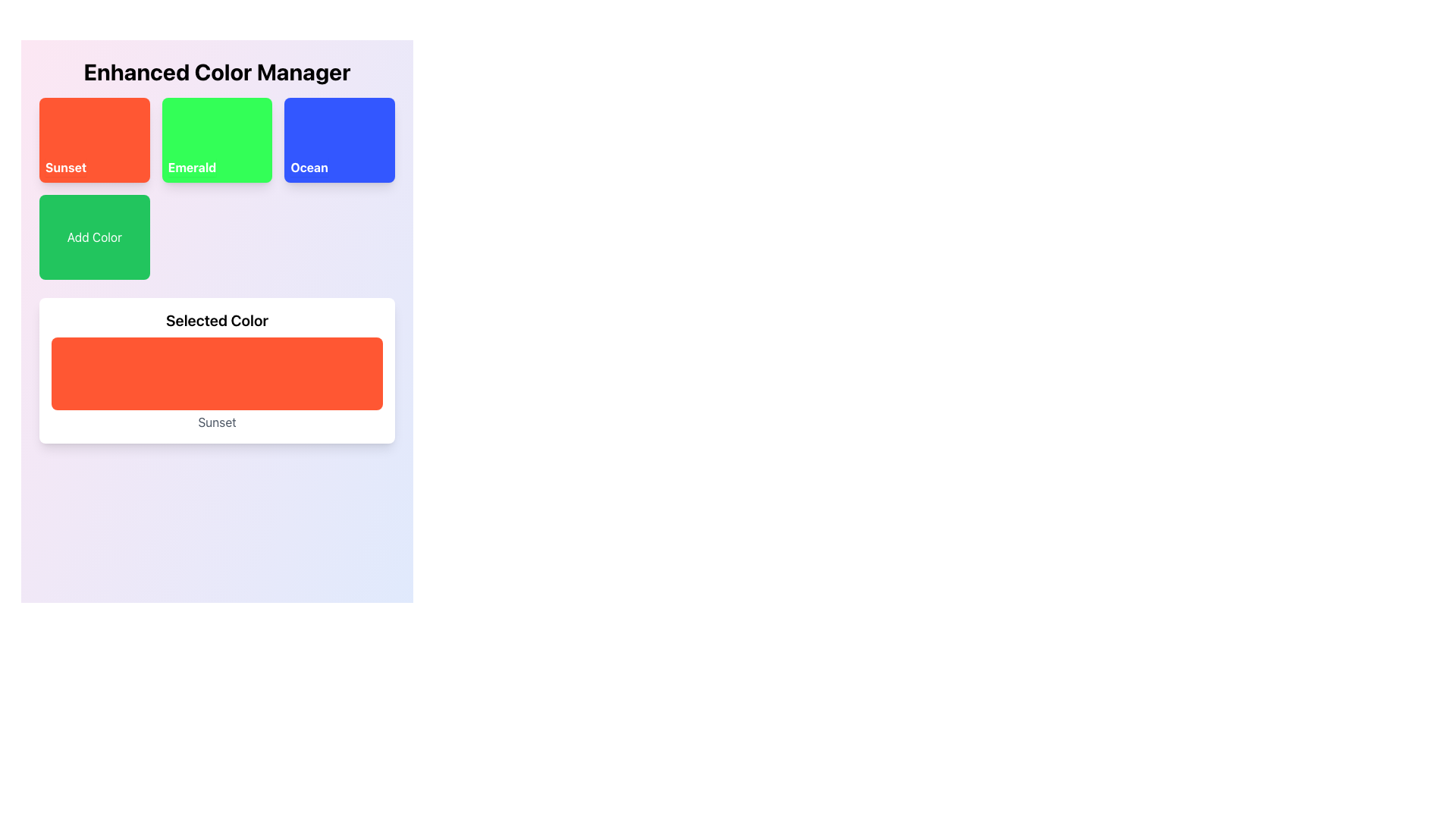 Image resolution: width=1456 pixels, height=819 pixels. What do you see at coordinates (191, 167) in the screenshot?
I see `the text label displaying 'Emerald' in bold white letters within the green square` at bounding box center [191, 167].